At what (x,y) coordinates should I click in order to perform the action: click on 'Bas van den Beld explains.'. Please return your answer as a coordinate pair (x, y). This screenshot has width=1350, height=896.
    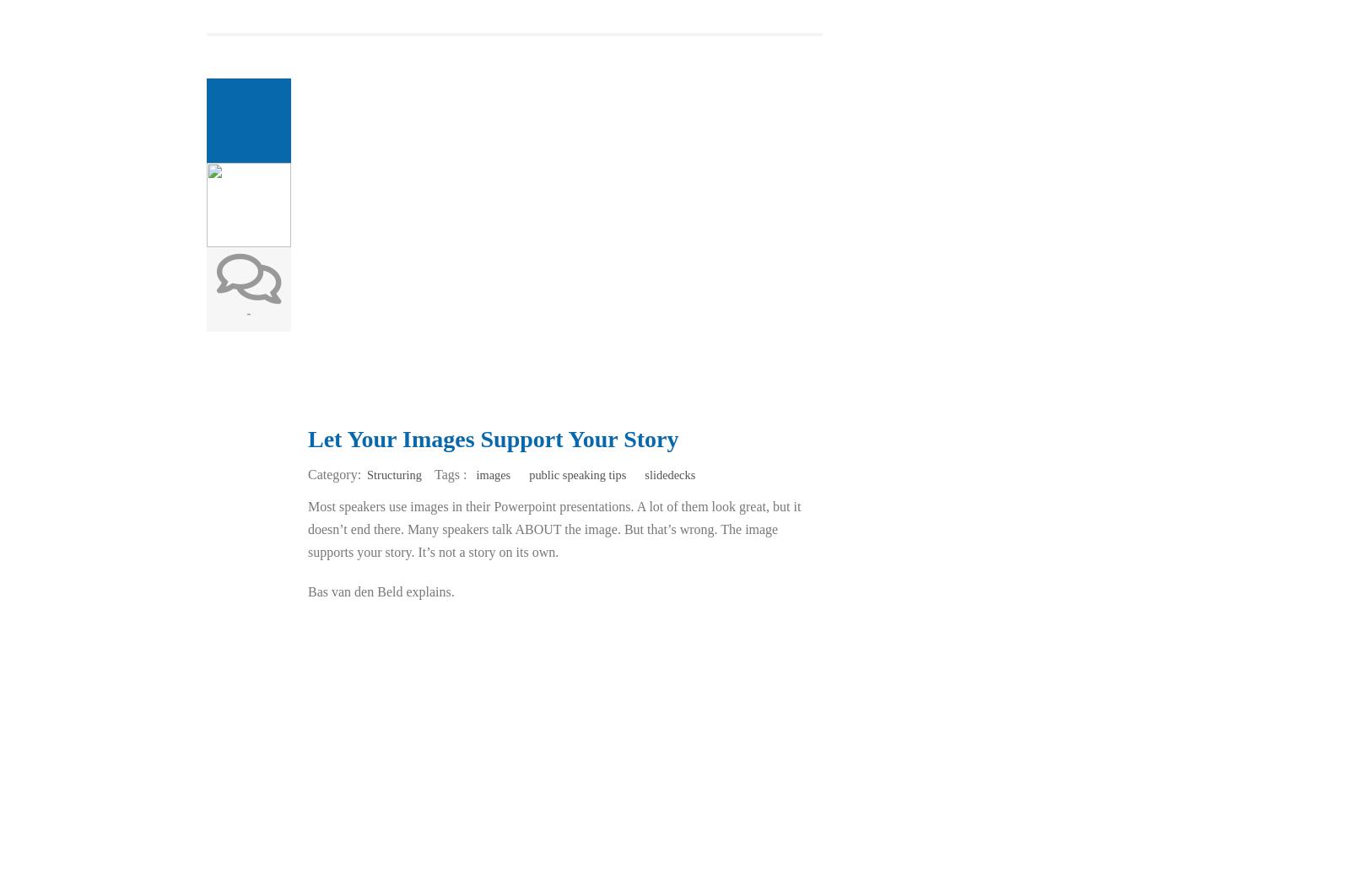
    Looking at the image, I should click on (380, 591).